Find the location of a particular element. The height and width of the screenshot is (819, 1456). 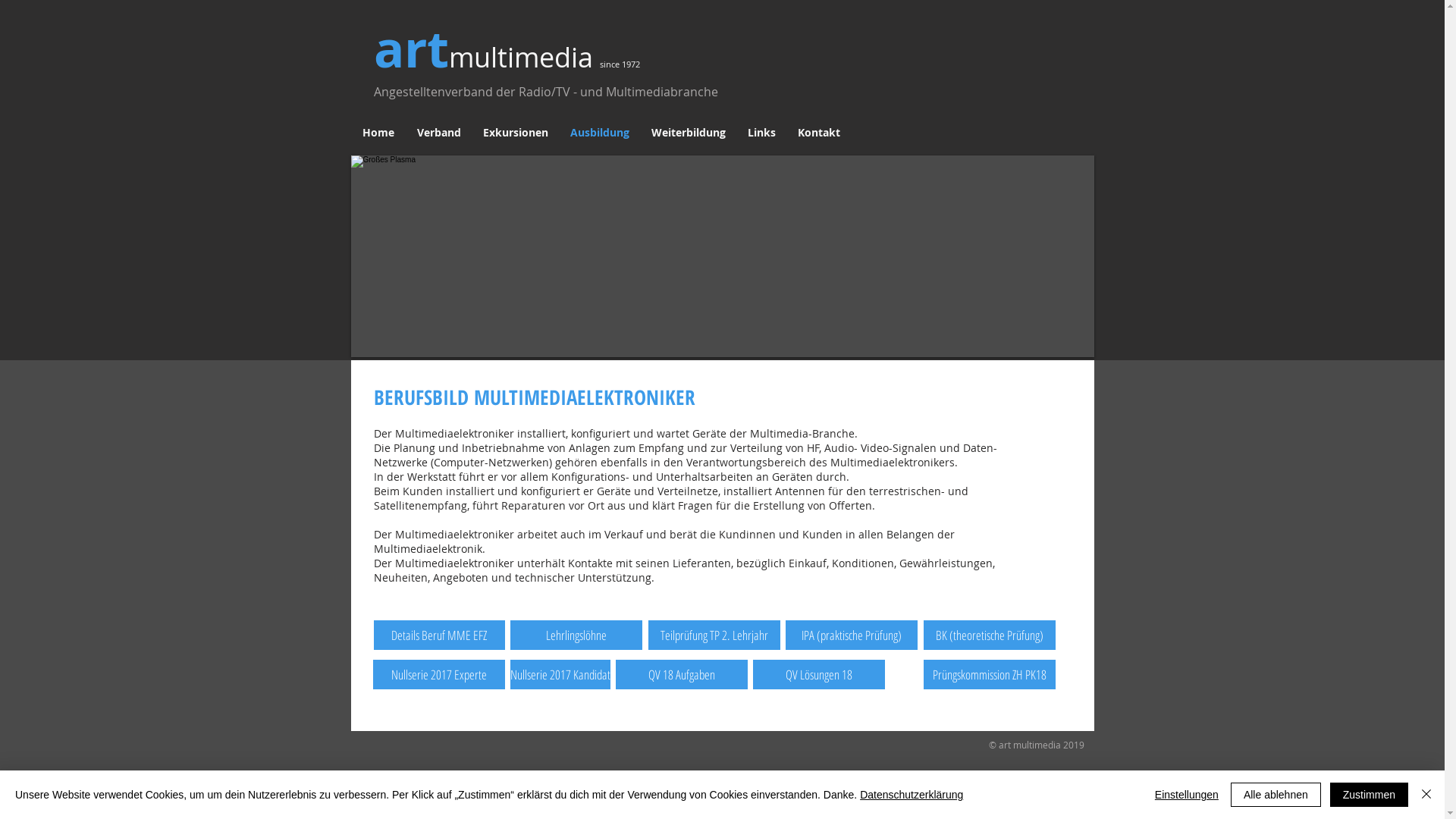

'Ausbildung' is located at coordinates (599, 131).